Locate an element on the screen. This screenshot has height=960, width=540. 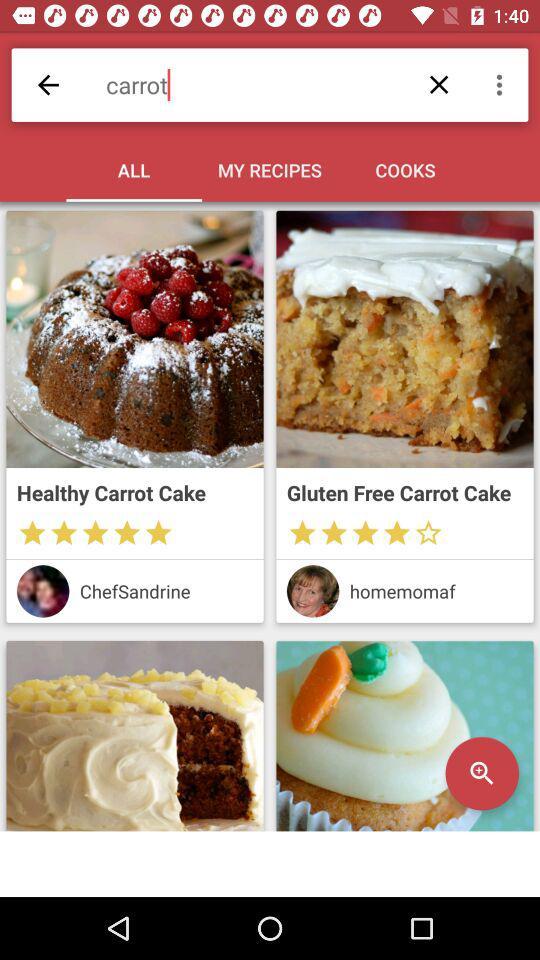
item next to carrot item is located at coordinates (501, 85).